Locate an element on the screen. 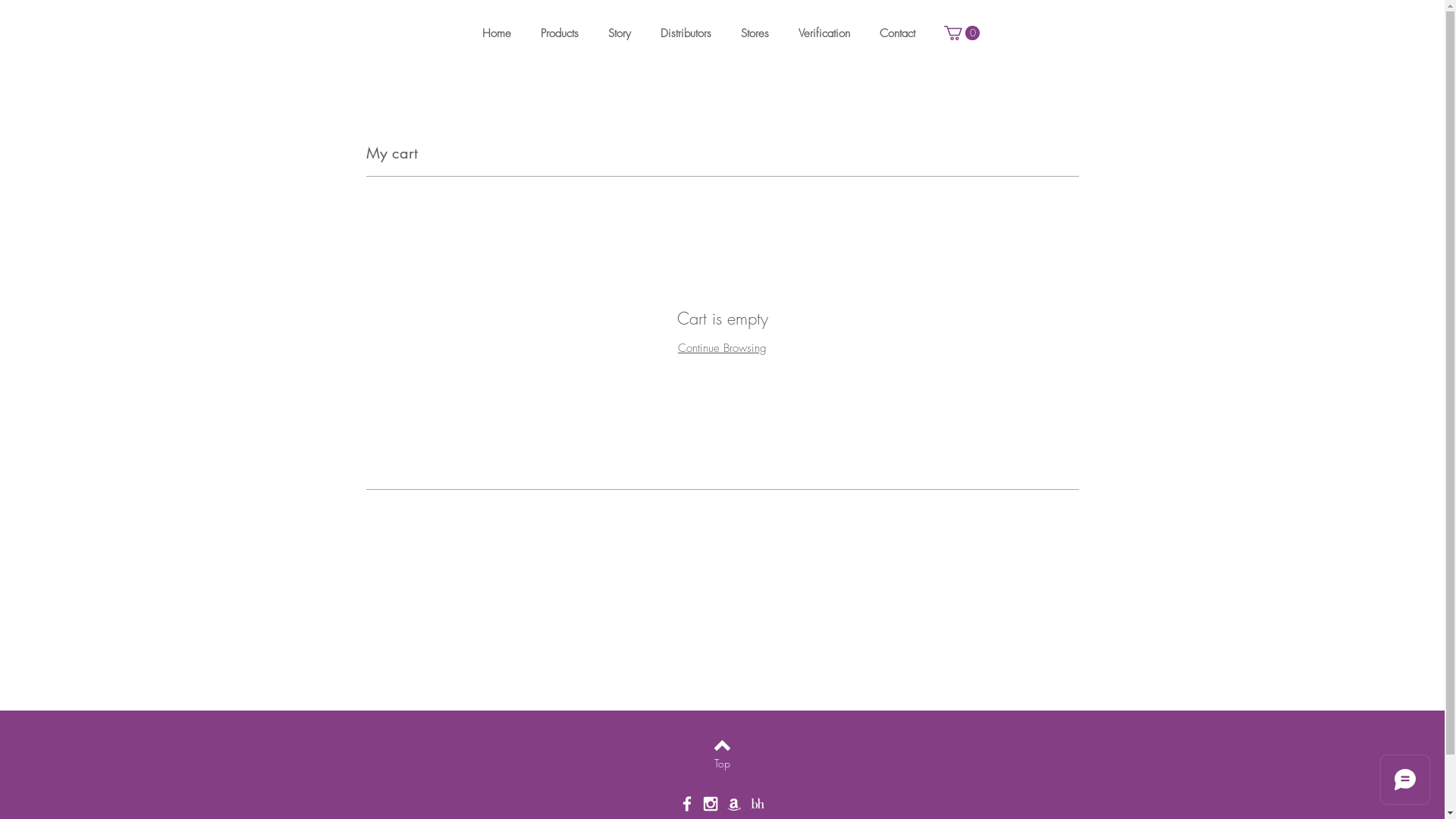 Image resolution: width=1456 pixels, height=819 pixels. 'Verification' is located at coordinates (796, 33).